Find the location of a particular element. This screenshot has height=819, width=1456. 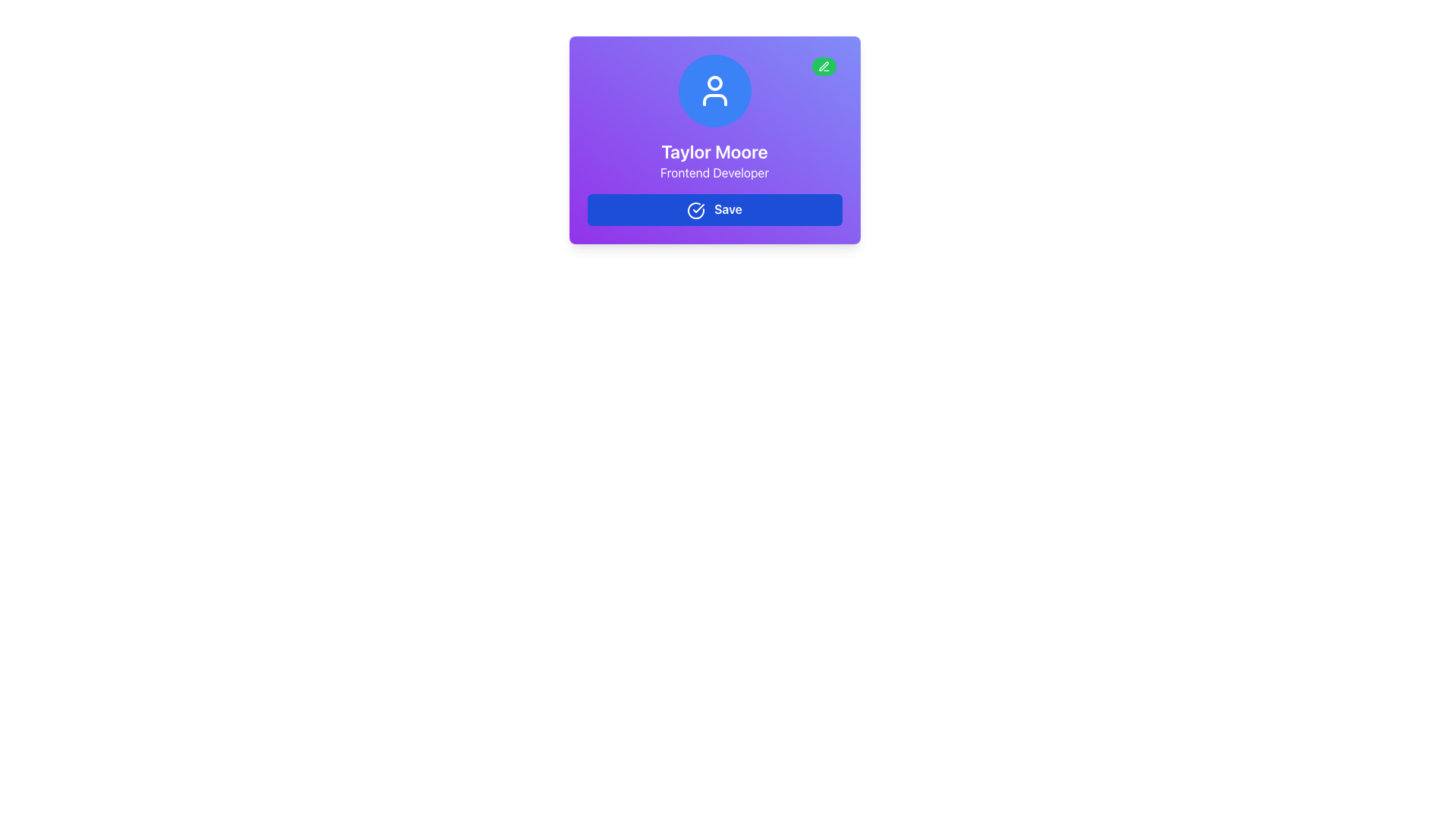

the edit icon located in the small green circular button at the top right corner of the user profile card to initiate the edit functionality is located at coordinates (823, 66).